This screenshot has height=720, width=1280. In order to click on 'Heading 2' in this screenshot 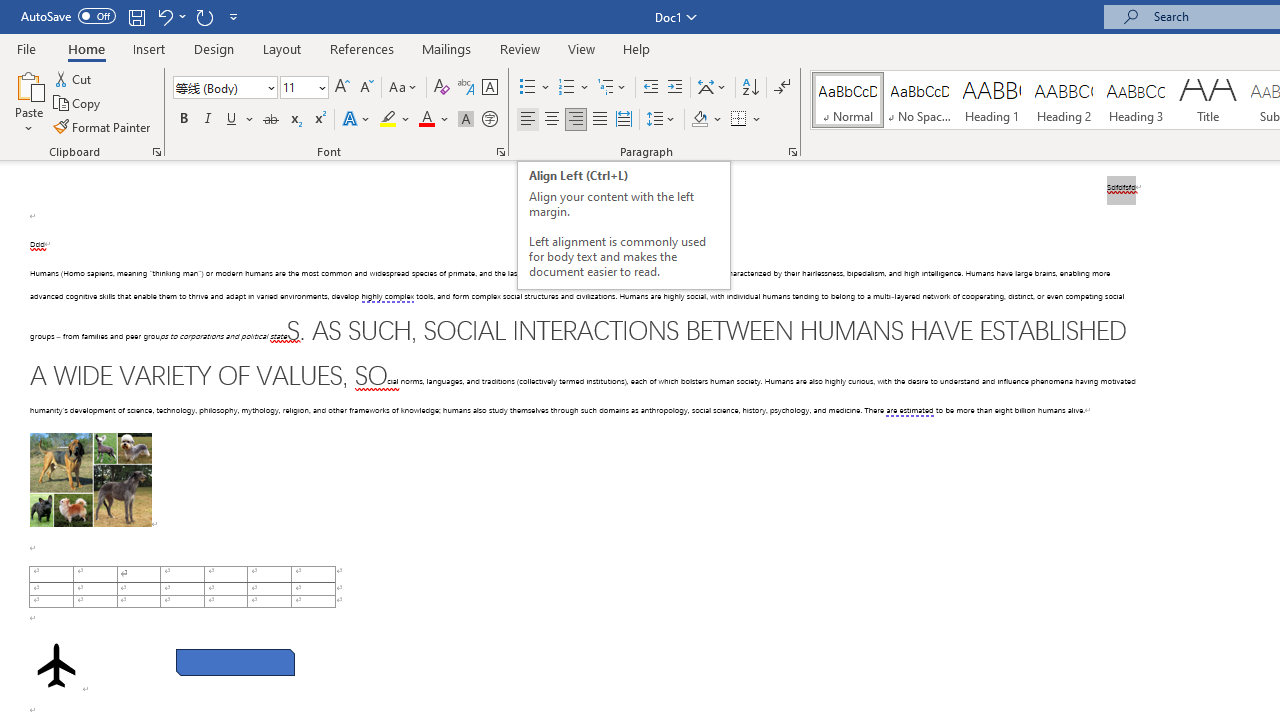, I will do `click(1062, 100)`.